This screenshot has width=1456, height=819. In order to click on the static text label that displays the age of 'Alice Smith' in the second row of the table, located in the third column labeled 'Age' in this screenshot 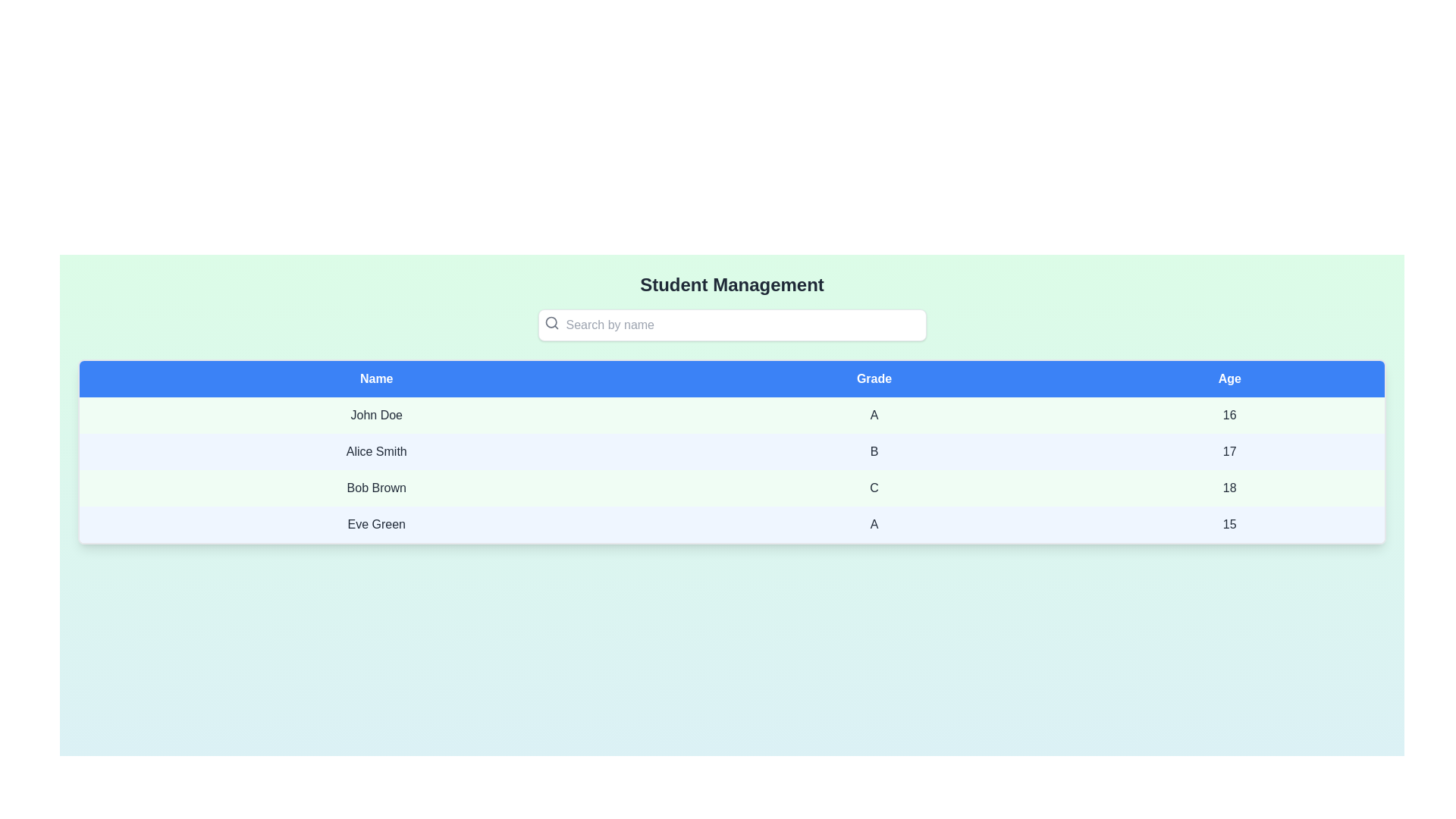, I will do `click(1229, 451)`.